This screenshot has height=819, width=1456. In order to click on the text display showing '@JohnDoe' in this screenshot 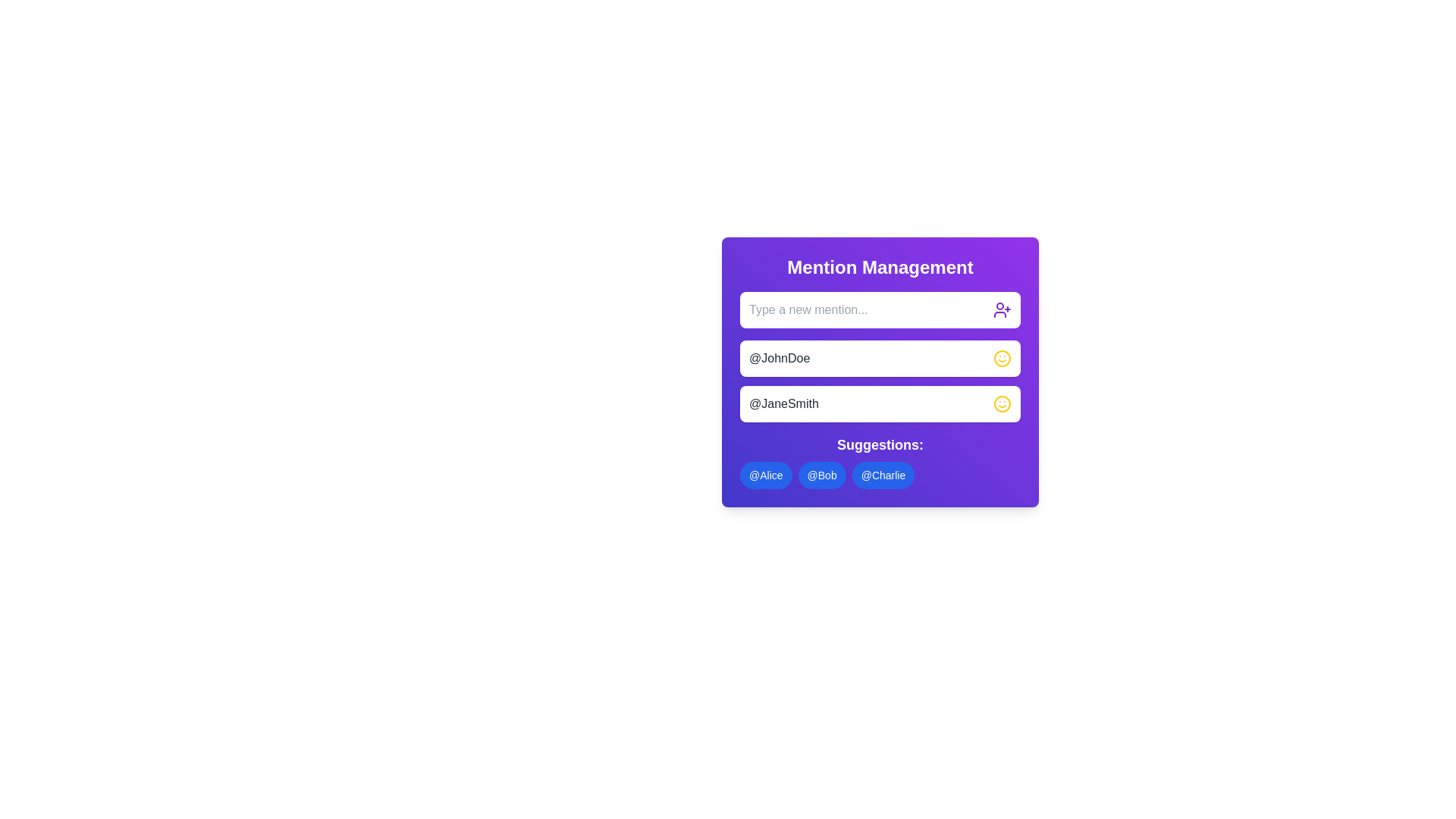, I will do `click(780, 359)`.